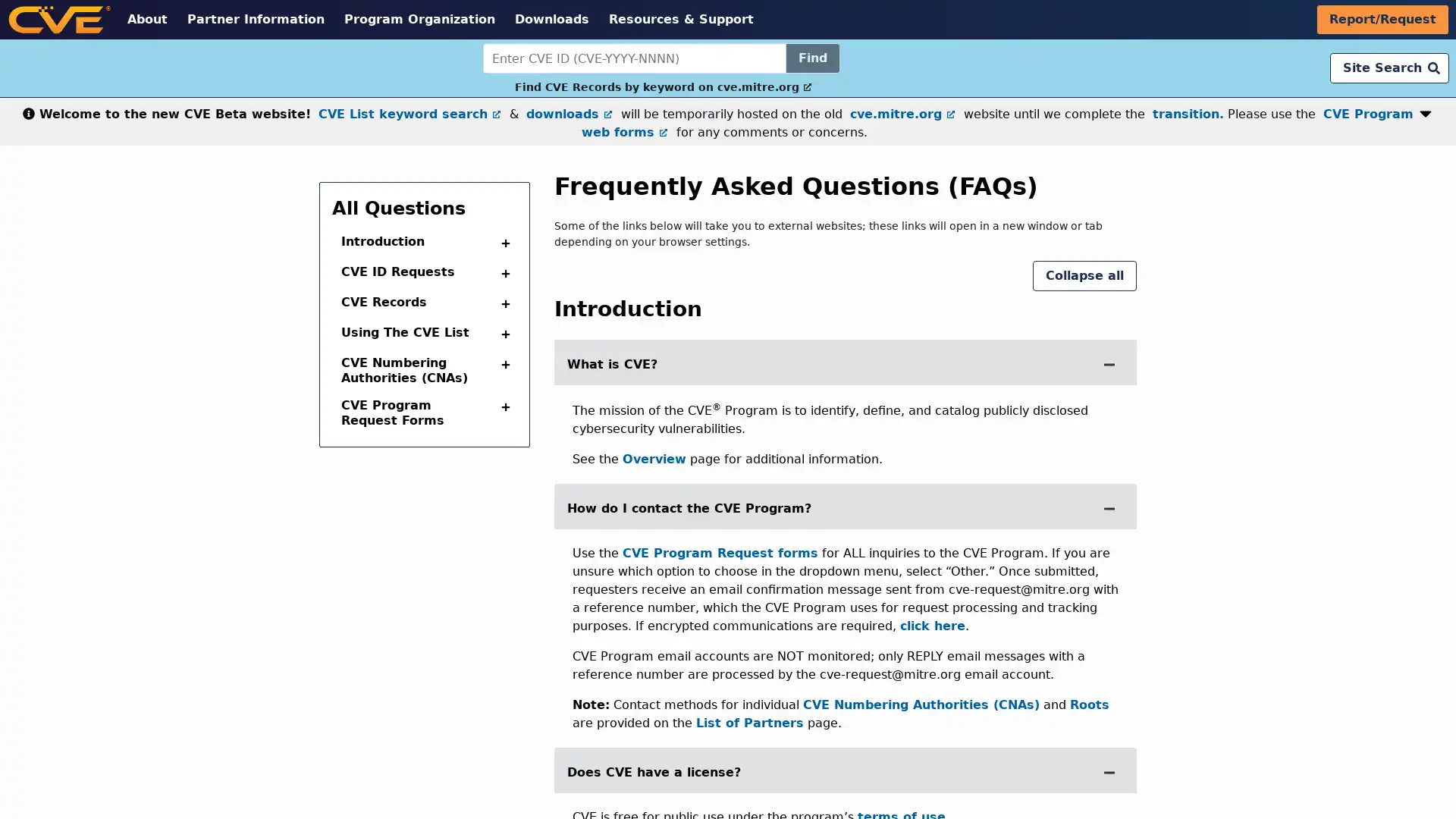  What do you see at coordinates (502, 365) in the screenshot?
I see `expand` at bounding box center [502, 365].